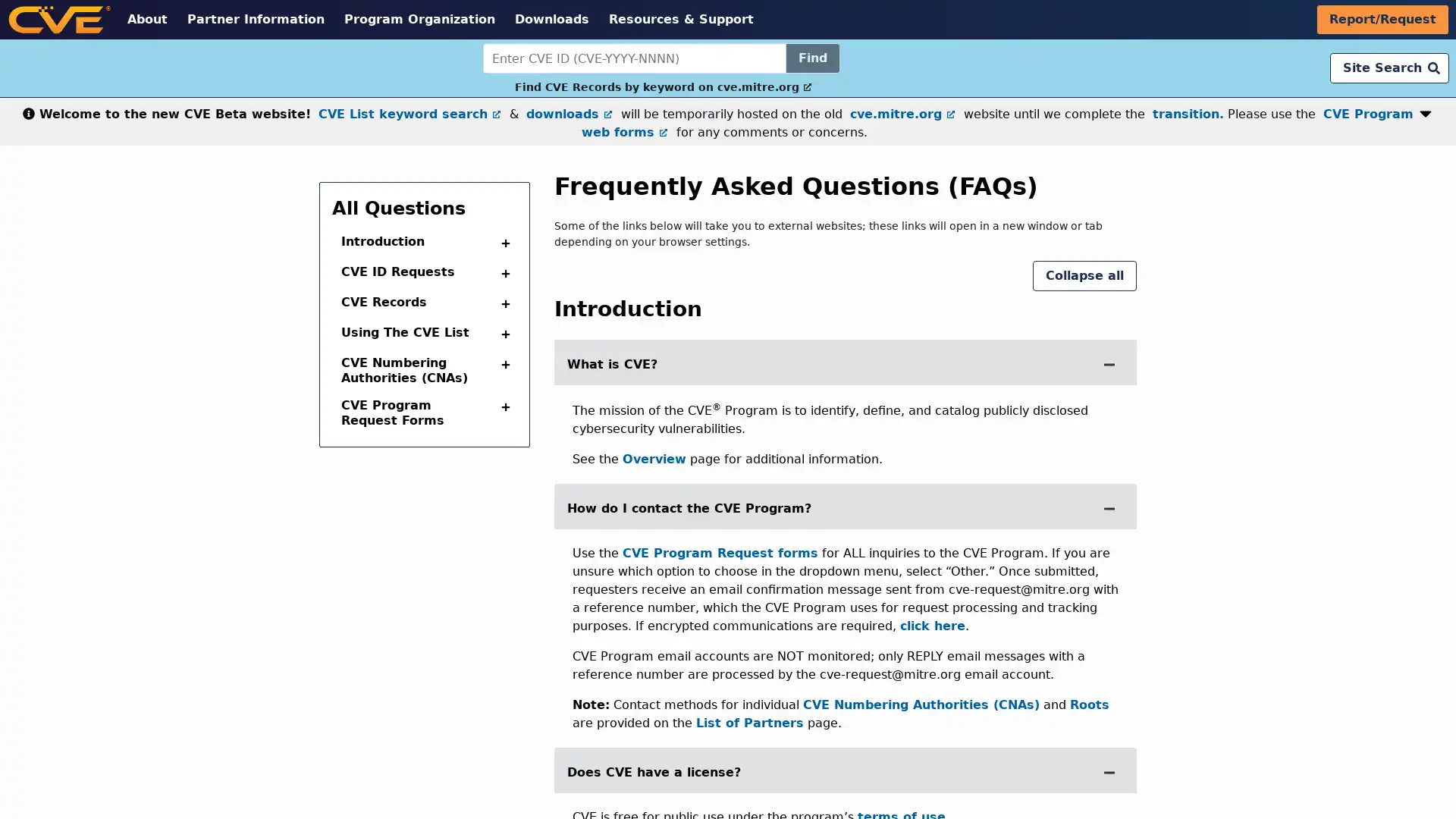  What do you see at coordinates (502, 365) in the screenshot?
I see `expand` at bounding box center [502, 365].